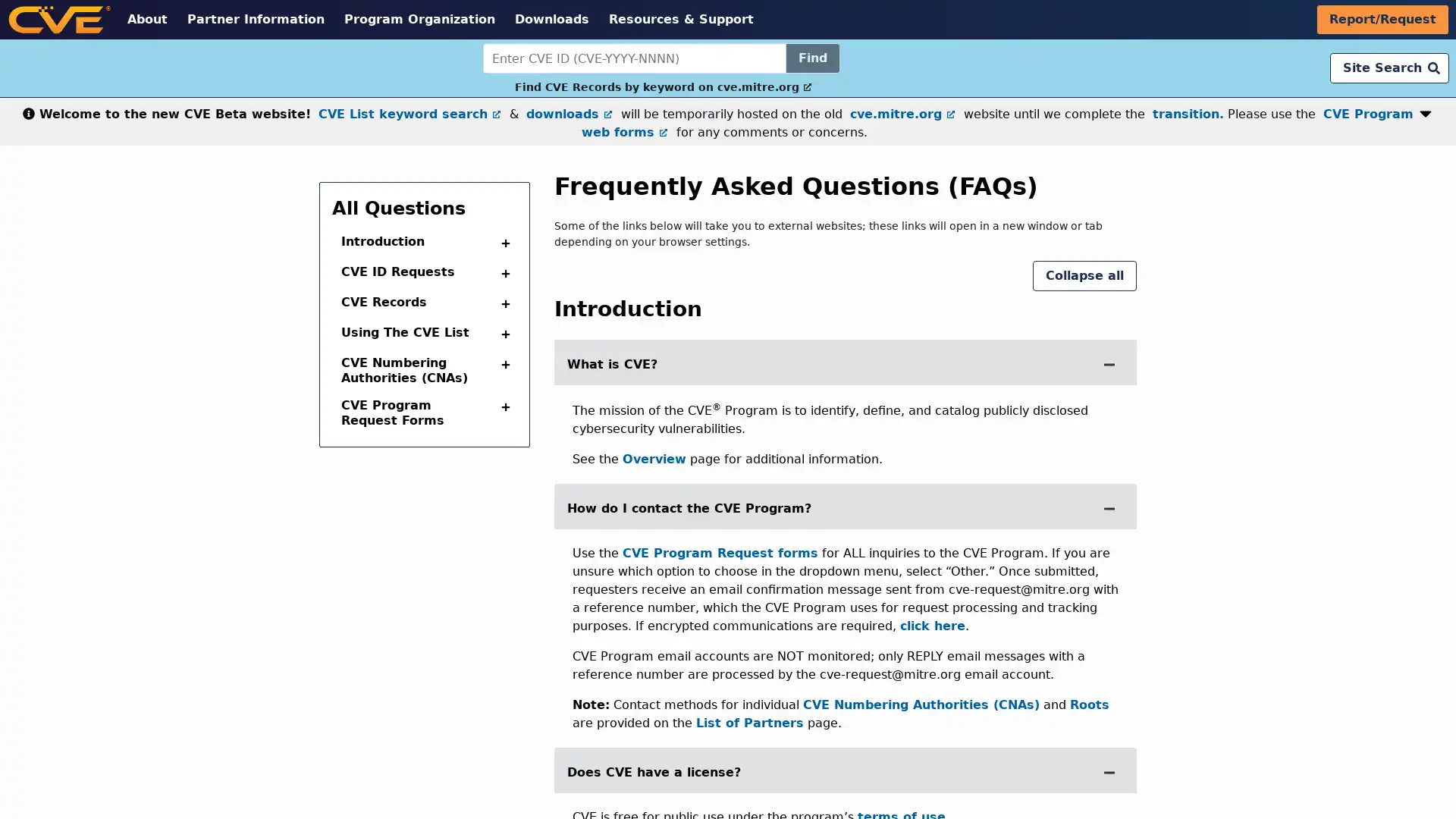  What do you see at coordinates (502, 365) in the screenshot?
I see `expand` at bounding box center [502, 365].